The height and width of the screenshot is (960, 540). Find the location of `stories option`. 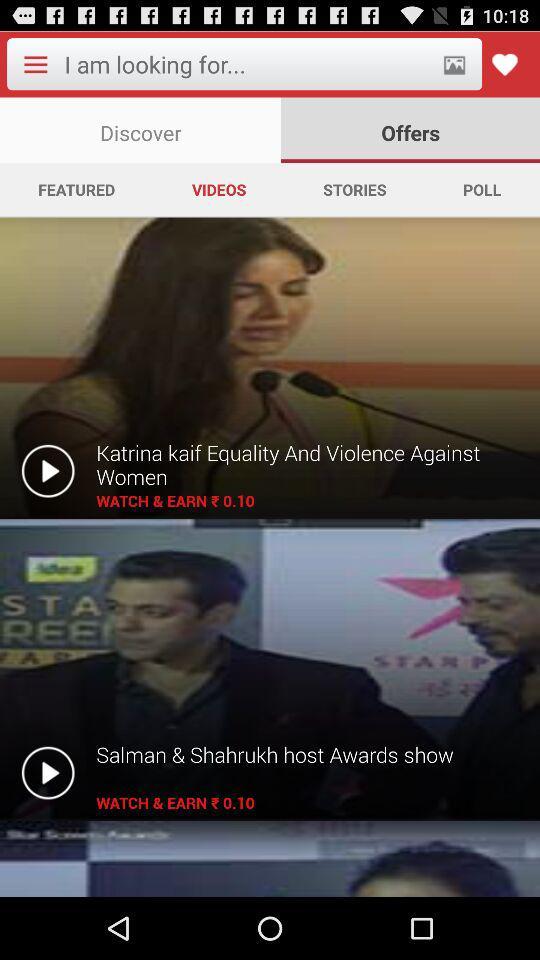

stories option is located at coordinates (353, 189).